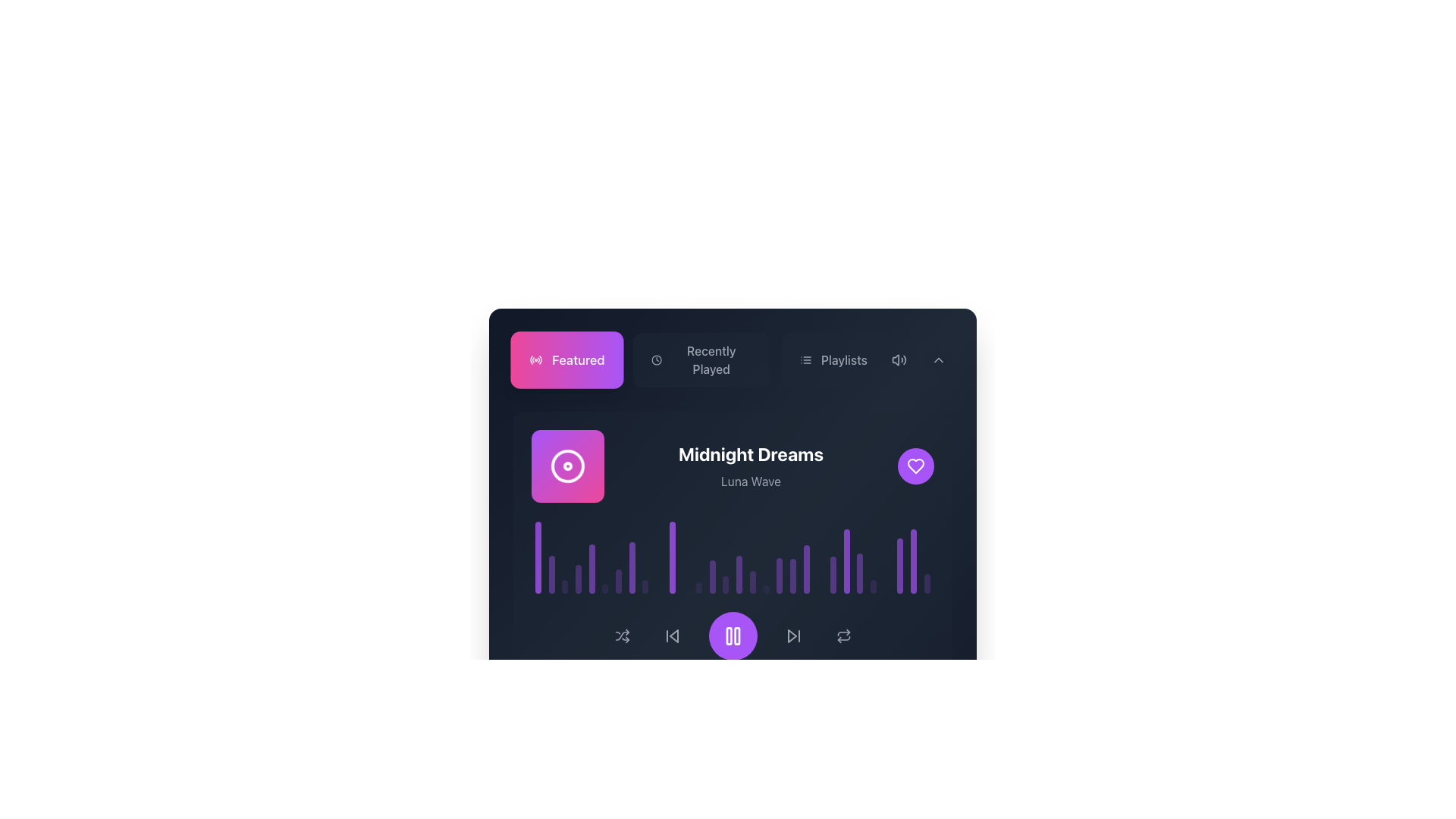  What do you see at coordinates (620, 739) in the screenshot?
I see `the interactive card or button representing the audio track or playlist item located in the top-left corner of the grid layout` at bounding box center [620, 739].